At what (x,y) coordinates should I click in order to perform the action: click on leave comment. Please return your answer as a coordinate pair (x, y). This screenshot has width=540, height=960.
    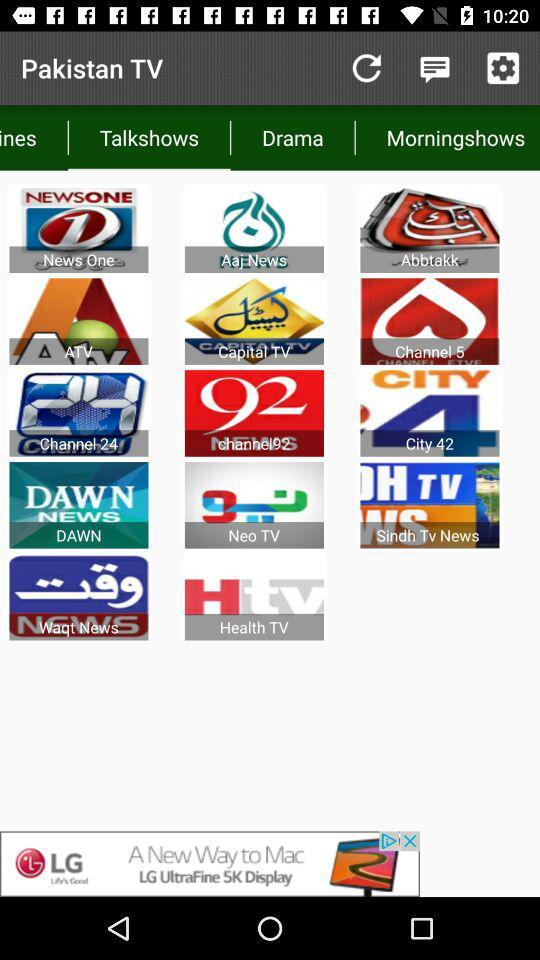
    Looking at the image, I should click on (434, 68).